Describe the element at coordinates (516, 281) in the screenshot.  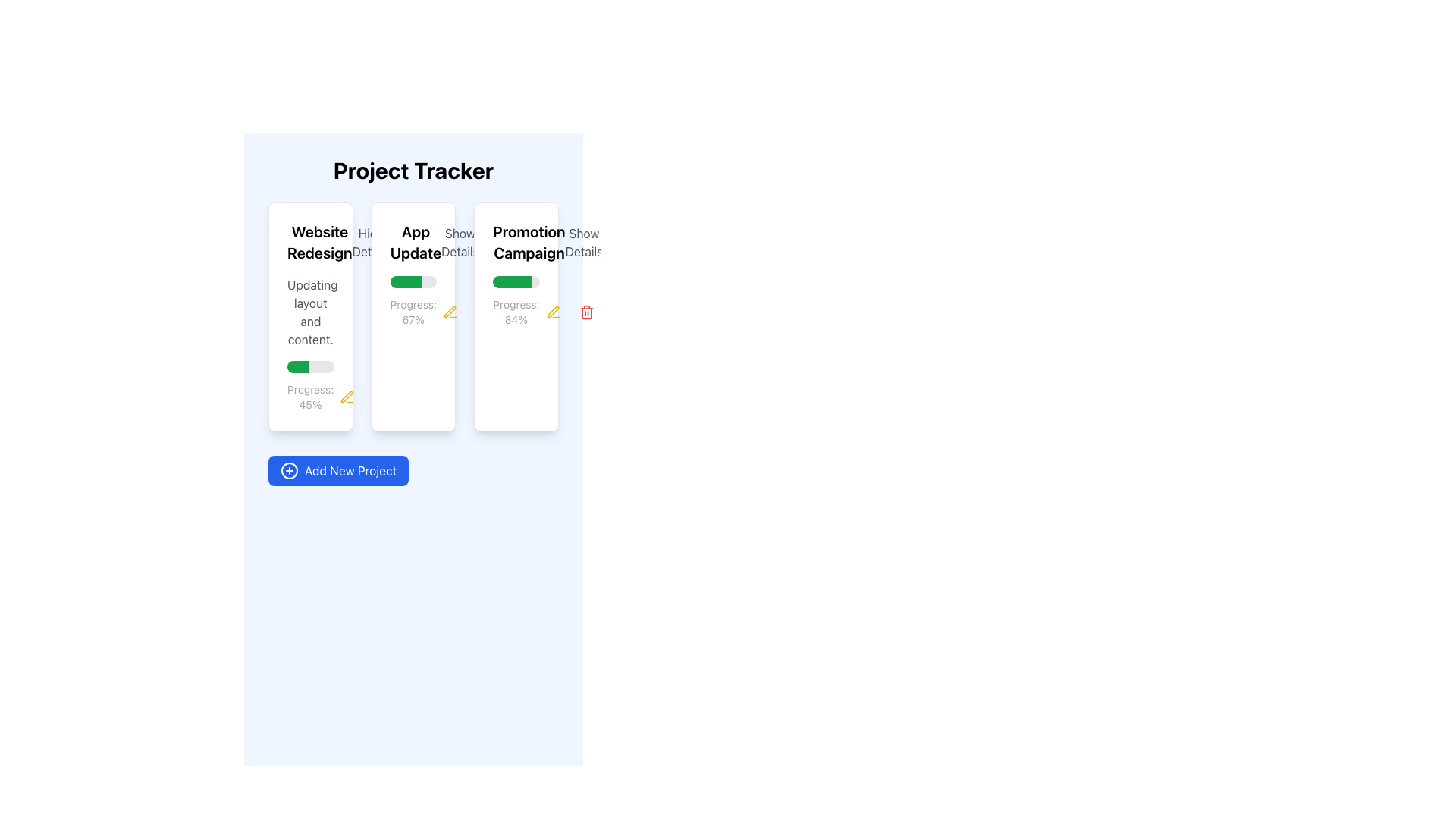
I see `the horizontal progress bar with a rounded design located in the 'Promotion Campaign' card, positioned below the title and above the 'Progress: 84%' text label` at that location.